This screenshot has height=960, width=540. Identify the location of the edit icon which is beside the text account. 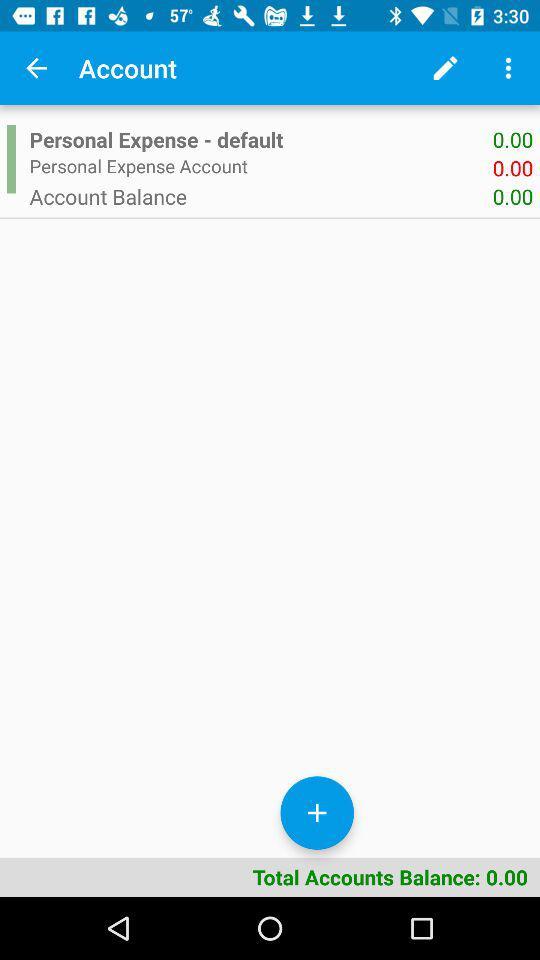
(445, 68).